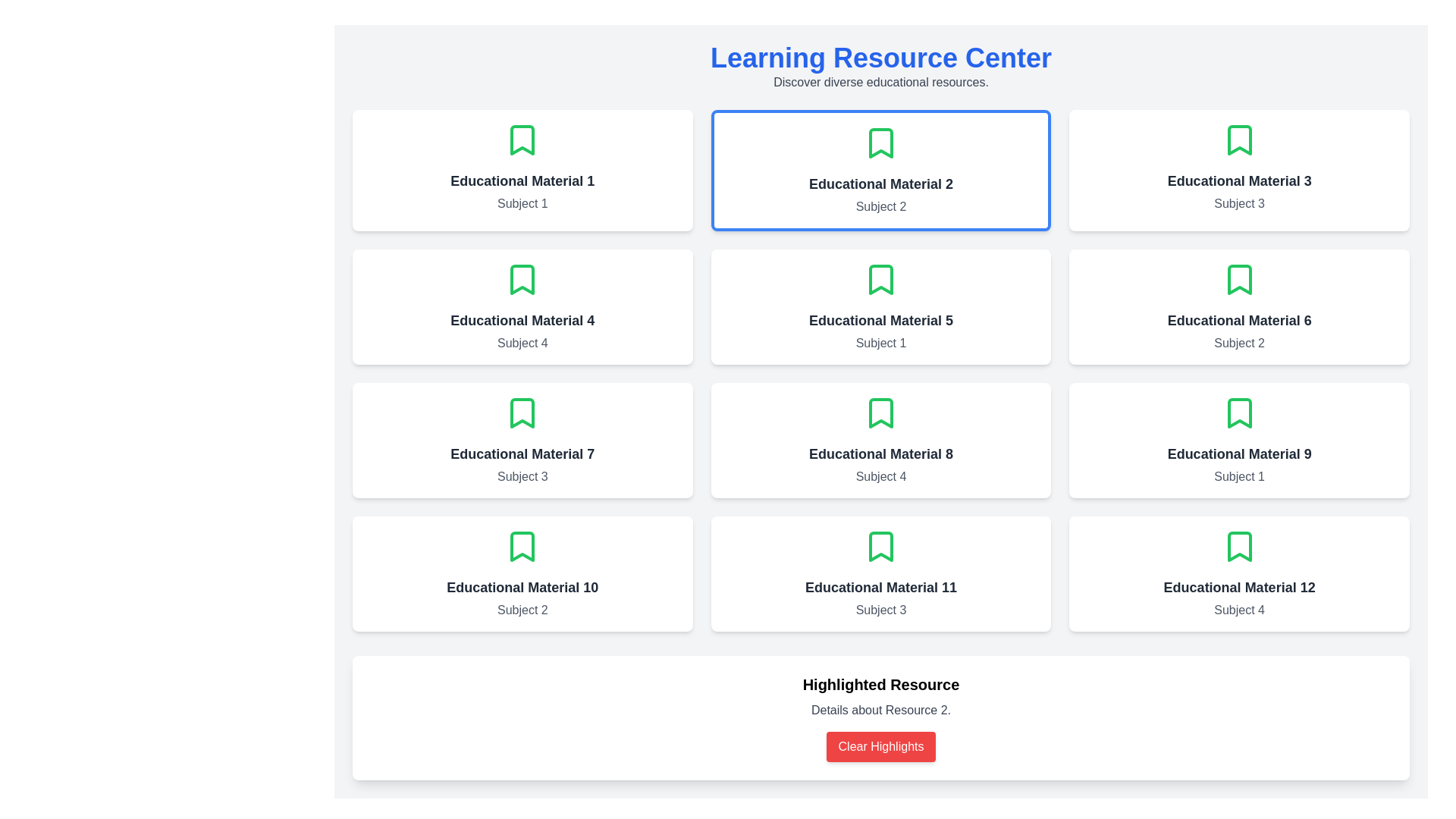 The width and height of the screenshot is (1456, 819). Describe the element at coordinates (1239, 280) in the screenshot. I see `the green bookmark icon located at the upper center of the card displaying 'Educational Material 6' to interact with it` at that location.